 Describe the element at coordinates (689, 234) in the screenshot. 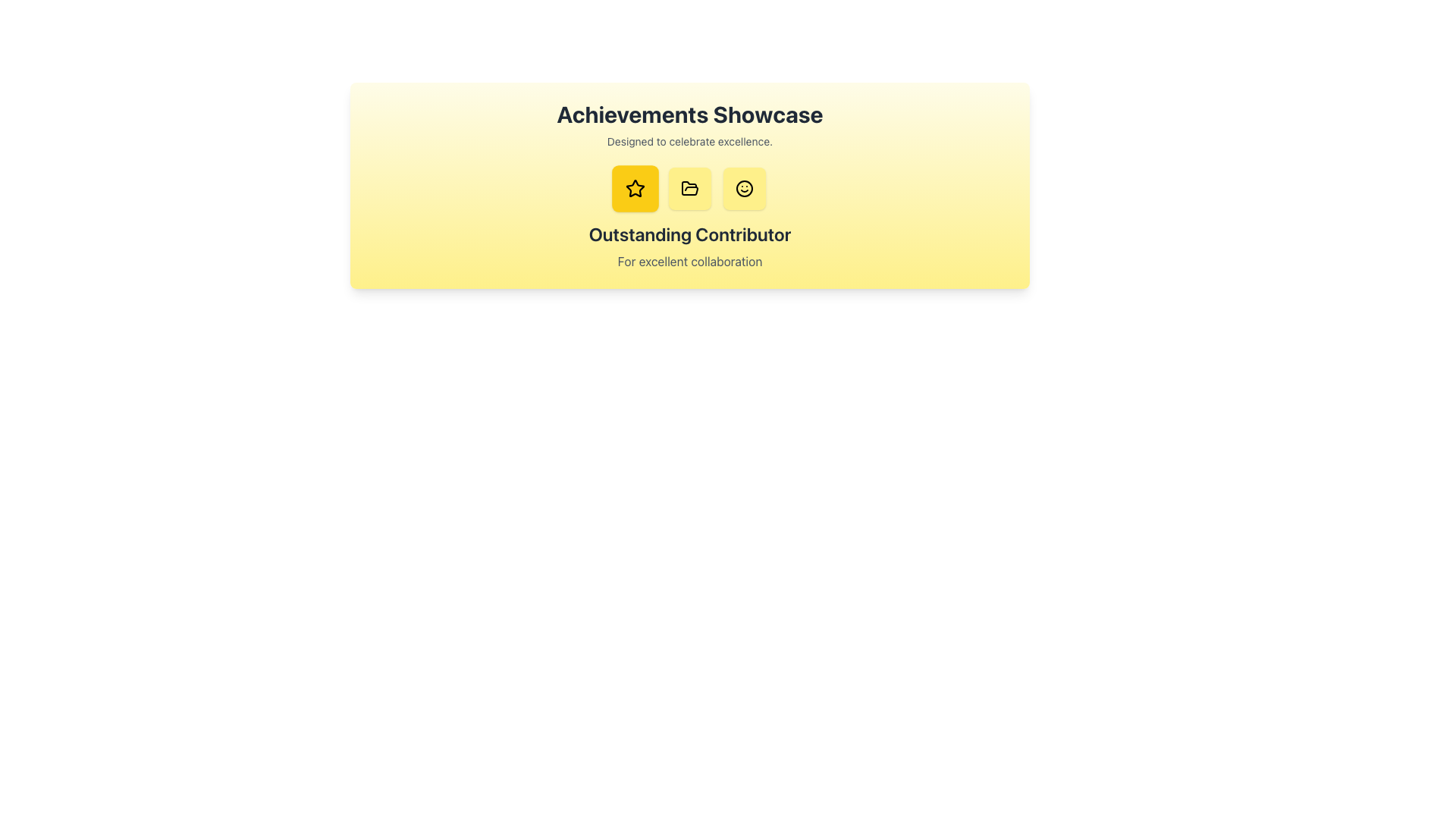

I see `title text that highlights a user's achievement, located at the center of the interface above the smaller text 'For excellent collaboration'` at that location.